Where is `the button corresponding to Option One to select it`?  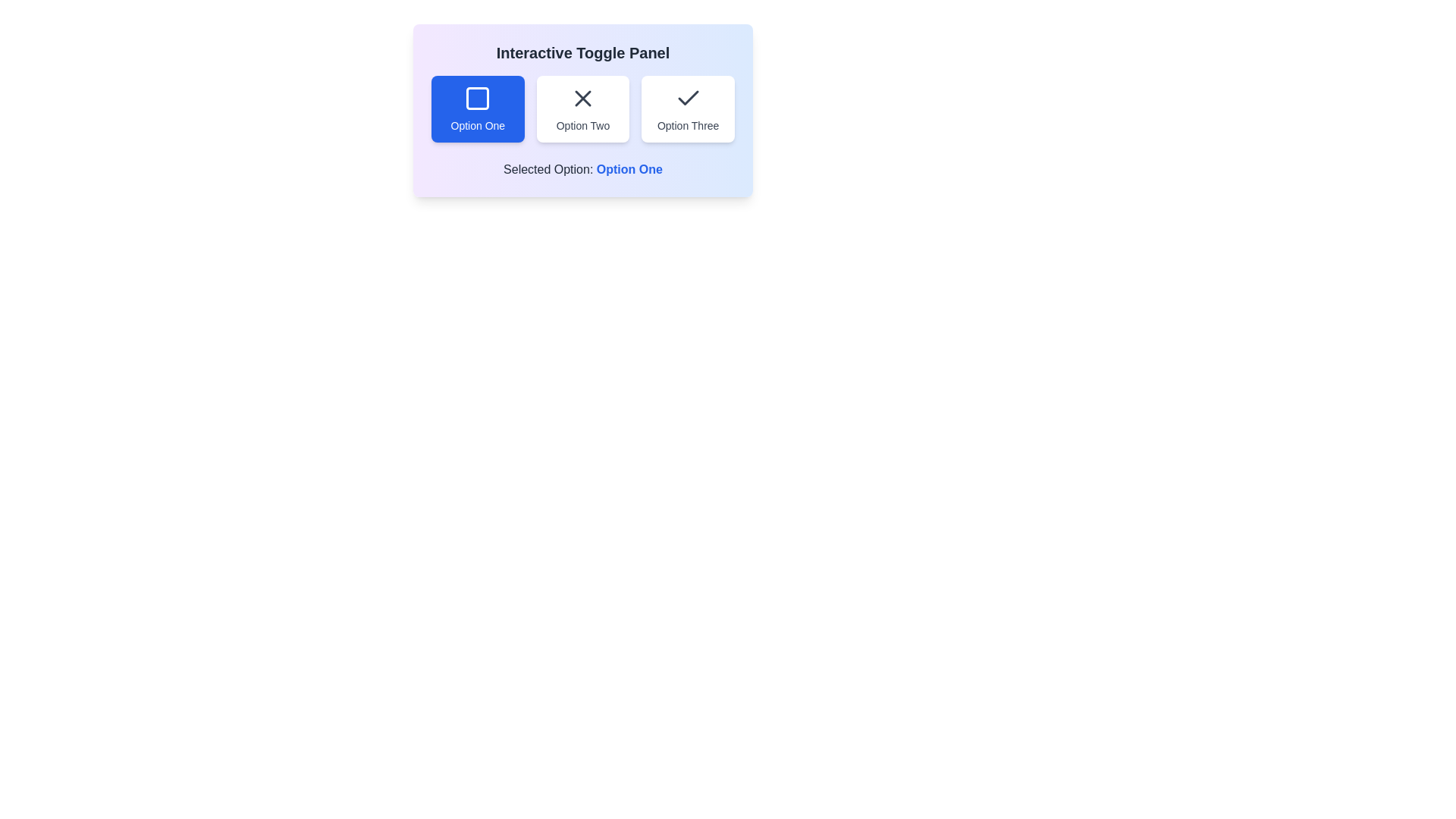
the button corresponding to Option One to select it is located at coordinates (476, 108).